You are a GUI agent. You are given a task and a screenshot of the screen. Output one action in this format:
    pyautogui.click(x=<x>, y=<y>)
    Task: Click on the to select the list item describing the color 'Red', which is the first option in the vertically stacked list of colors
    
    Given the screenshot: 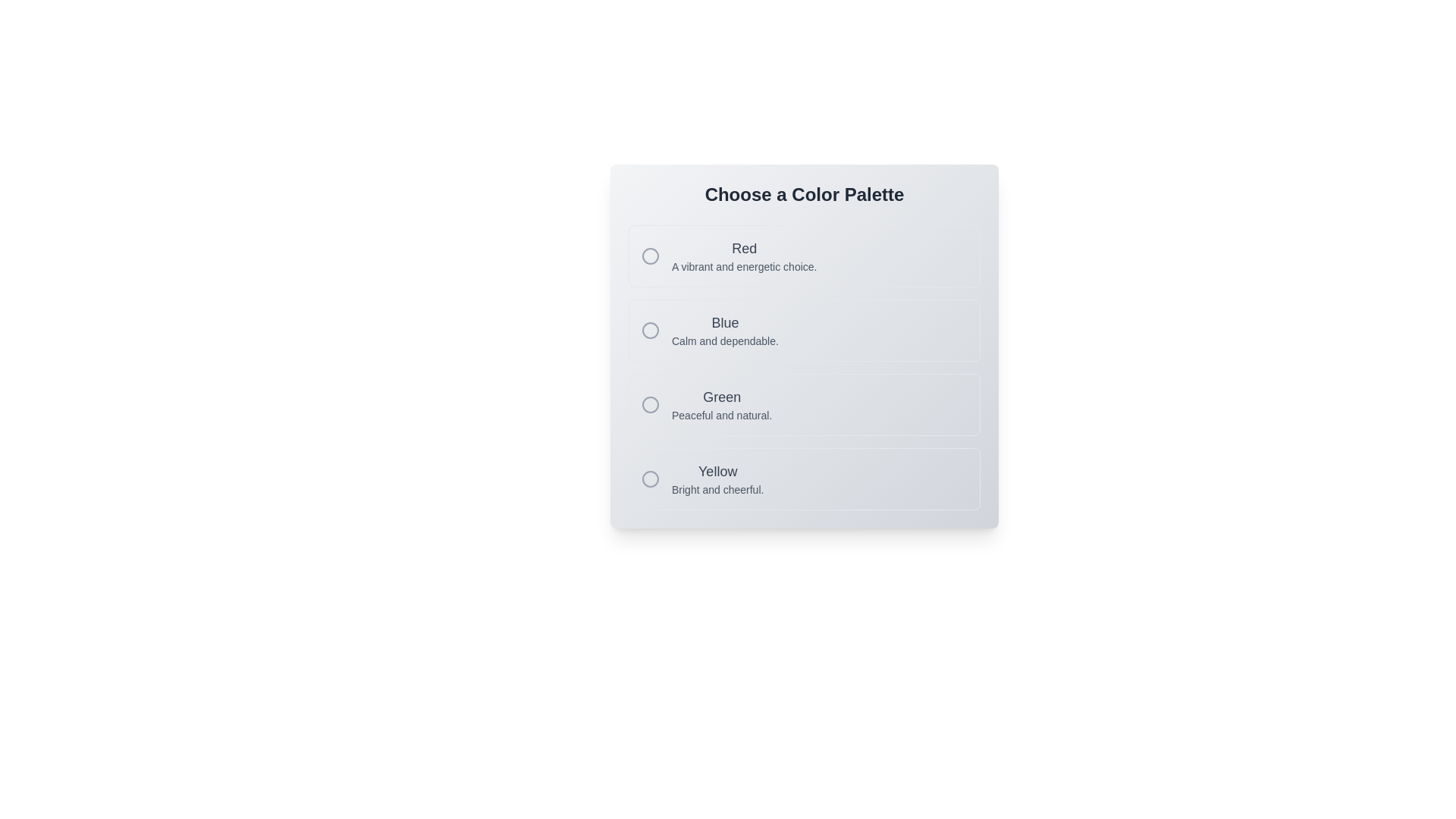 What is the action you would take?
    pyautogui.click(x=744, y=256)
    